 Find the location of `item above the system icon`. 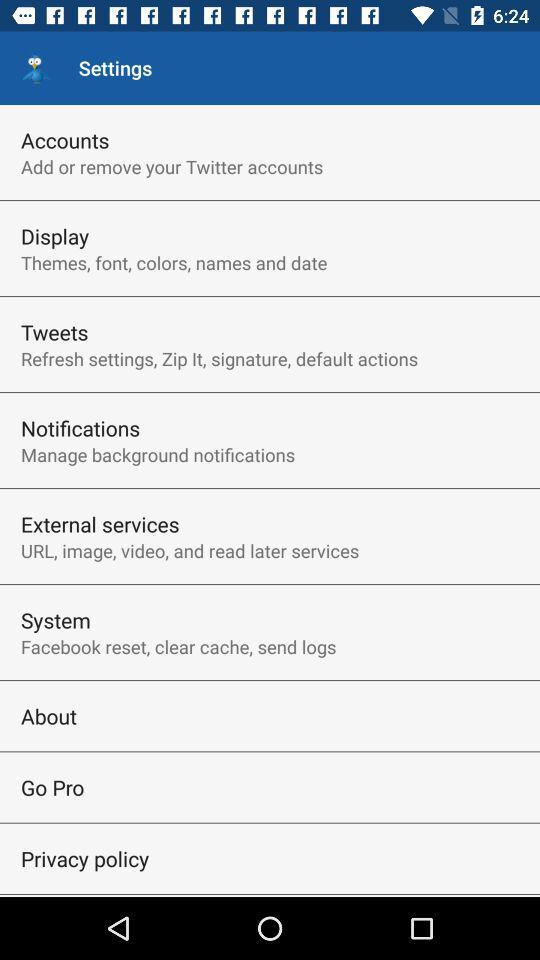

item above the system icon is located at coordinates (190, 550).